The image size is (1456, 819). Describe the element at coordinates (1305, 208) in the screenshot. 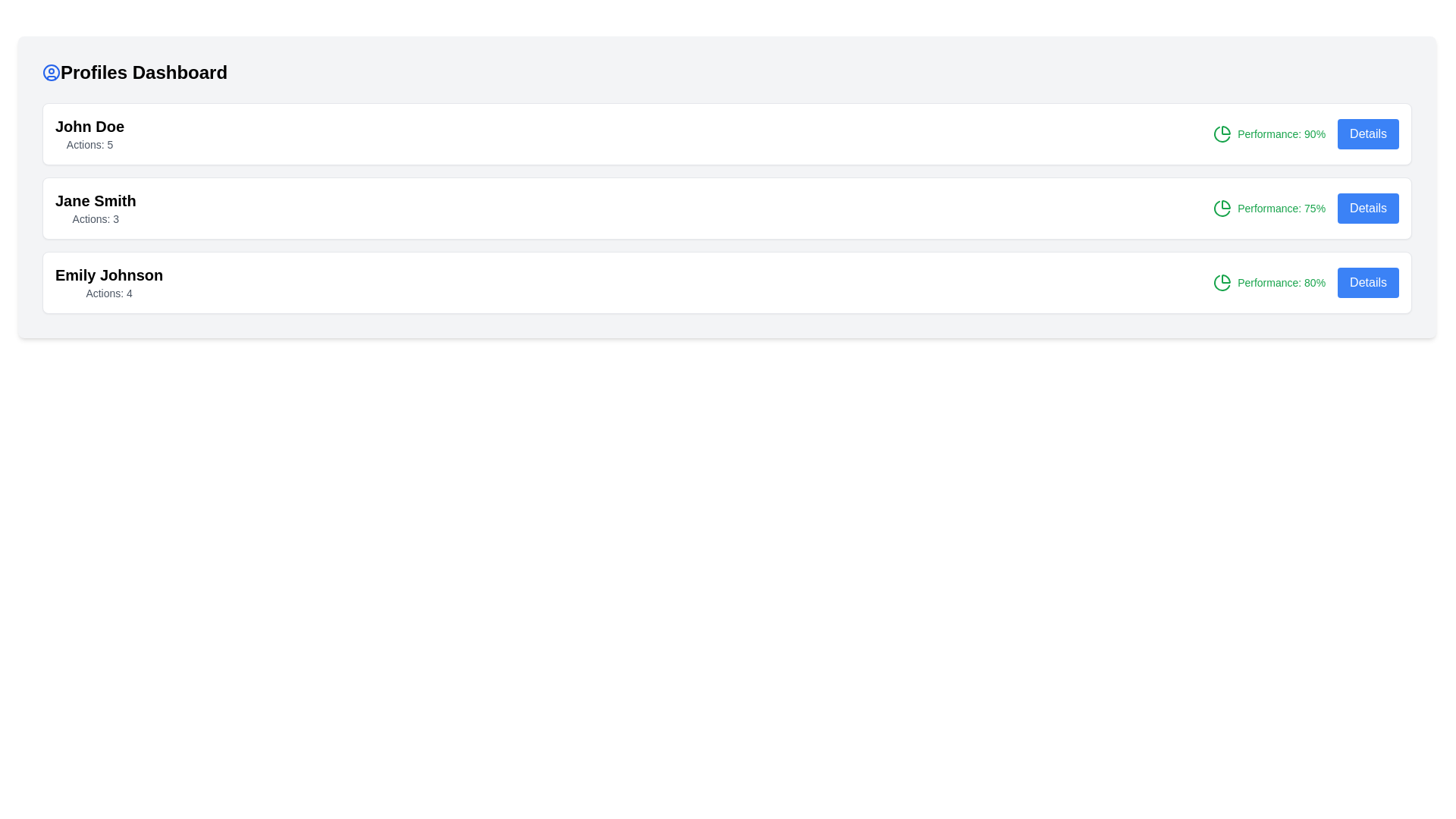

I see `the Label displaying 'Performance: 75%' with a pie chart icon and a blue 'Details' button, located in Jane Smith's profile card` at that location.